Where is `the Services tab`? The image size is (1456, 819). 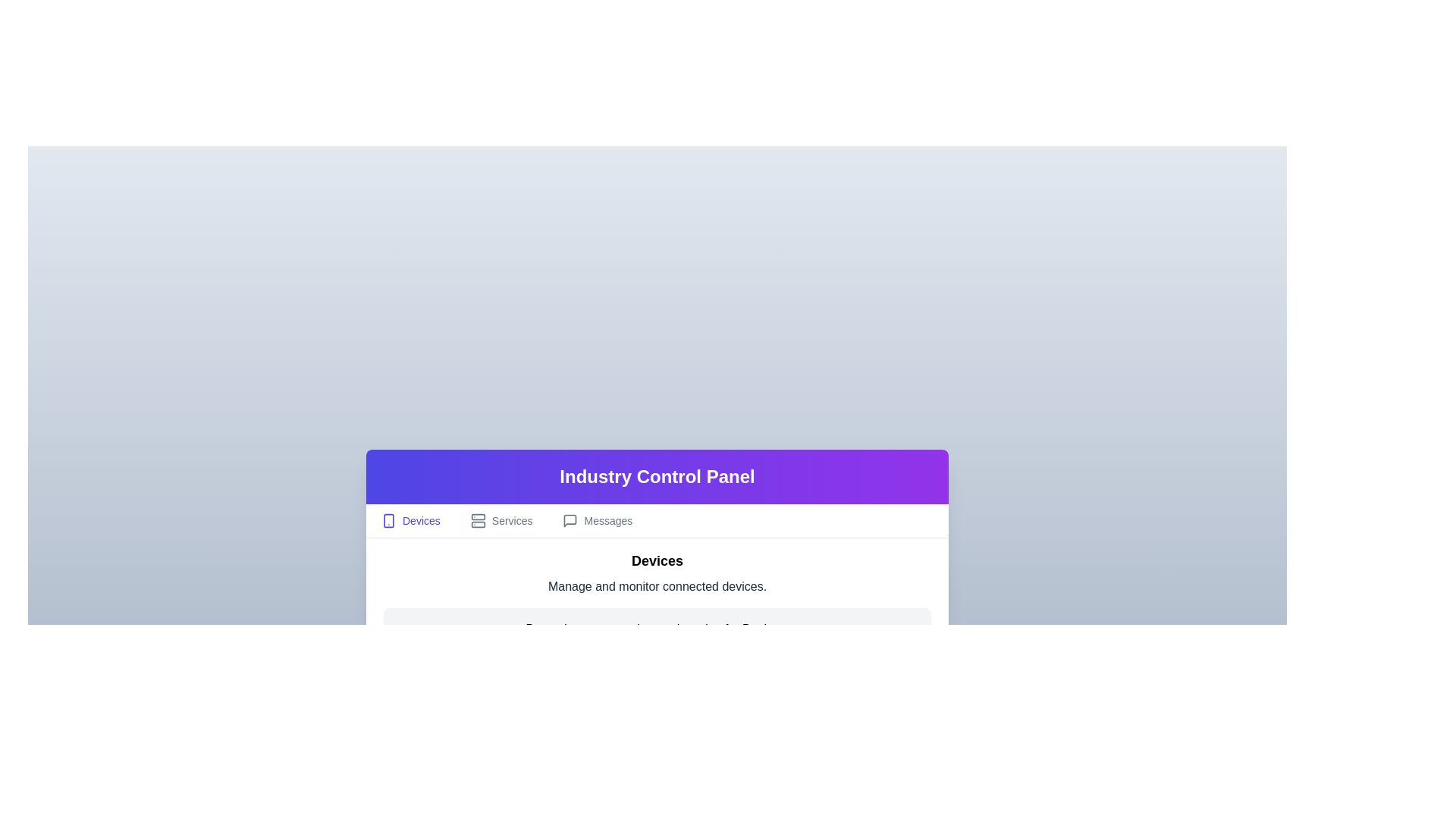
the Services tab is located at coordinates (501, 519).